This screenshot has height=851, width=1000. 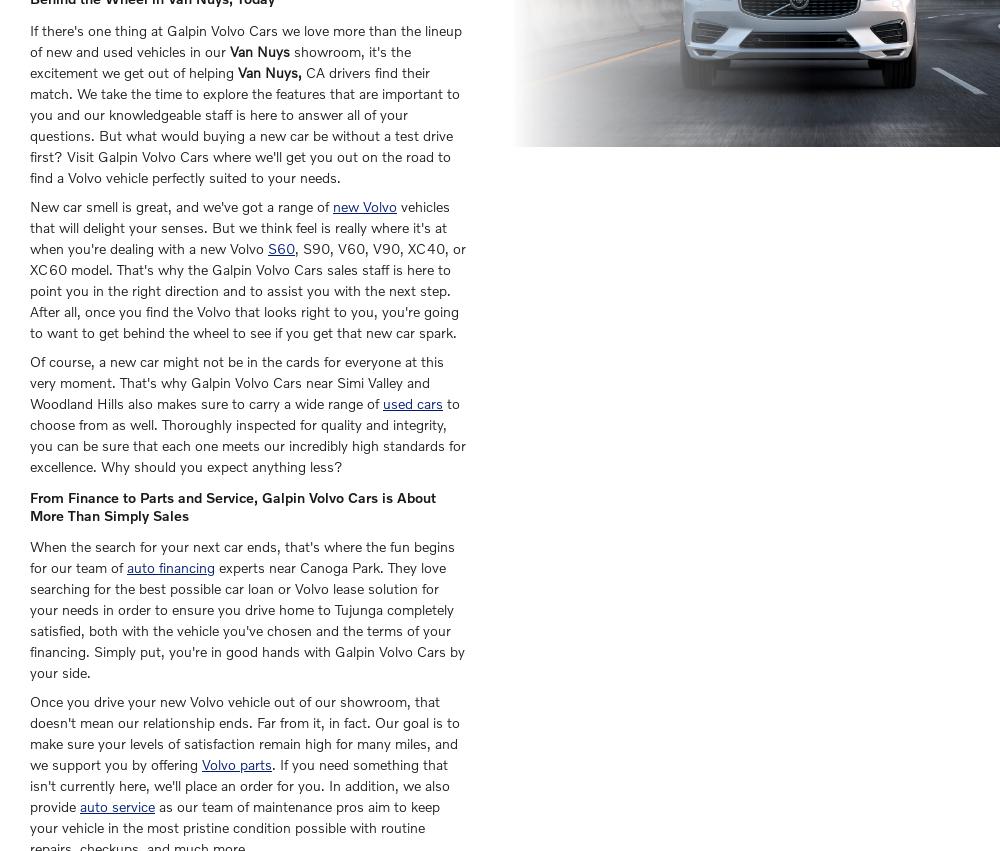 I want to click on 'vehicles that will delight your senses. But we think feel is really where it's at when you're dealing with a new Volvo', so click(x=239, y=227).